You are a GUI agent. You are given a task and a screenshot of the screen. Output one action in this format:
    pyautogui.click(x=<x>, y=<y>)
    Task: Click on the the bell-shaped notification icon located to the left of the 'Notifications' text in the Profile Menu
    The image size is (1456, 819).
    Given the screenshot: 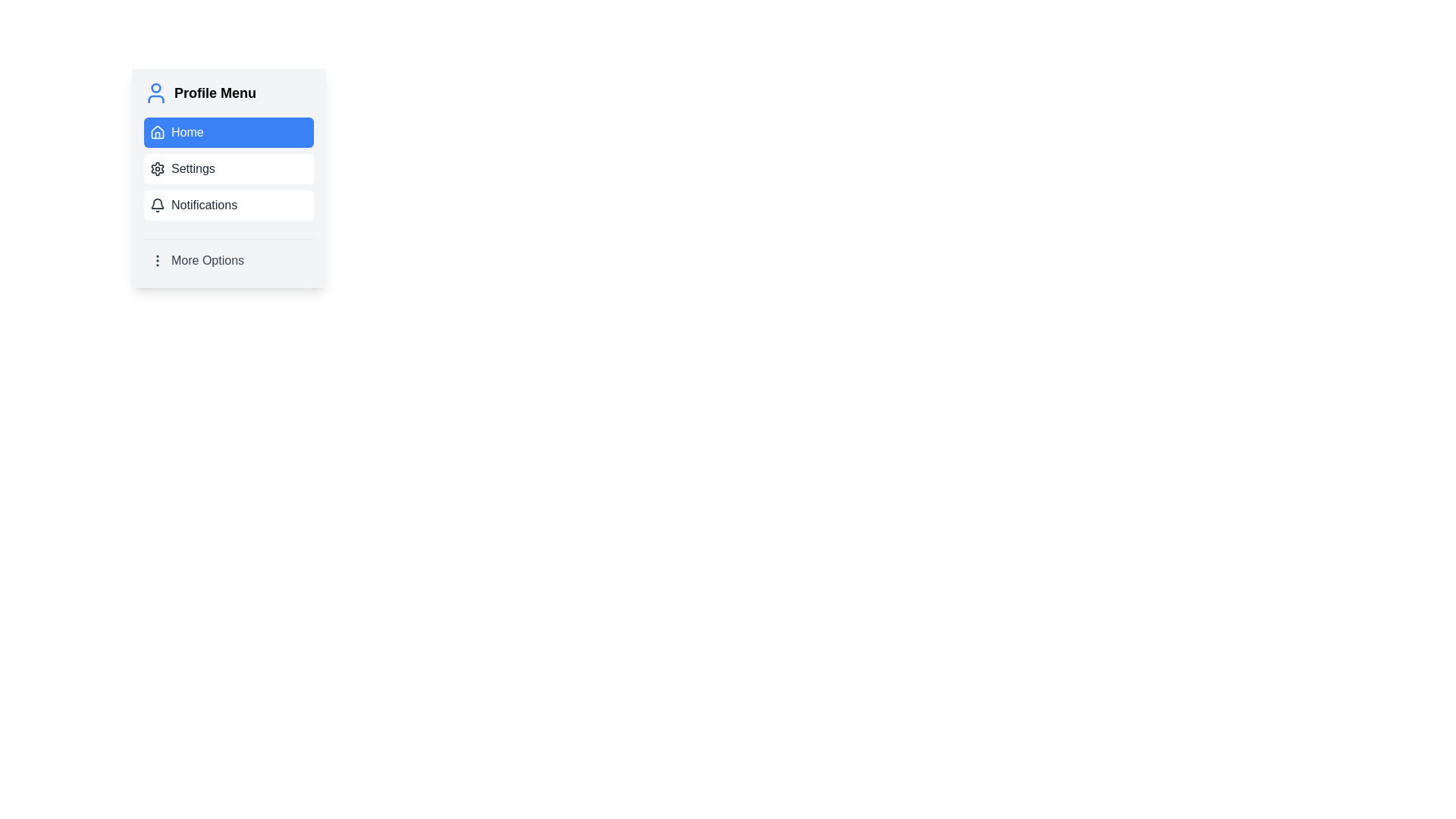 What is the action you would take?
    pyautogui.click(x=157, y=205)
    